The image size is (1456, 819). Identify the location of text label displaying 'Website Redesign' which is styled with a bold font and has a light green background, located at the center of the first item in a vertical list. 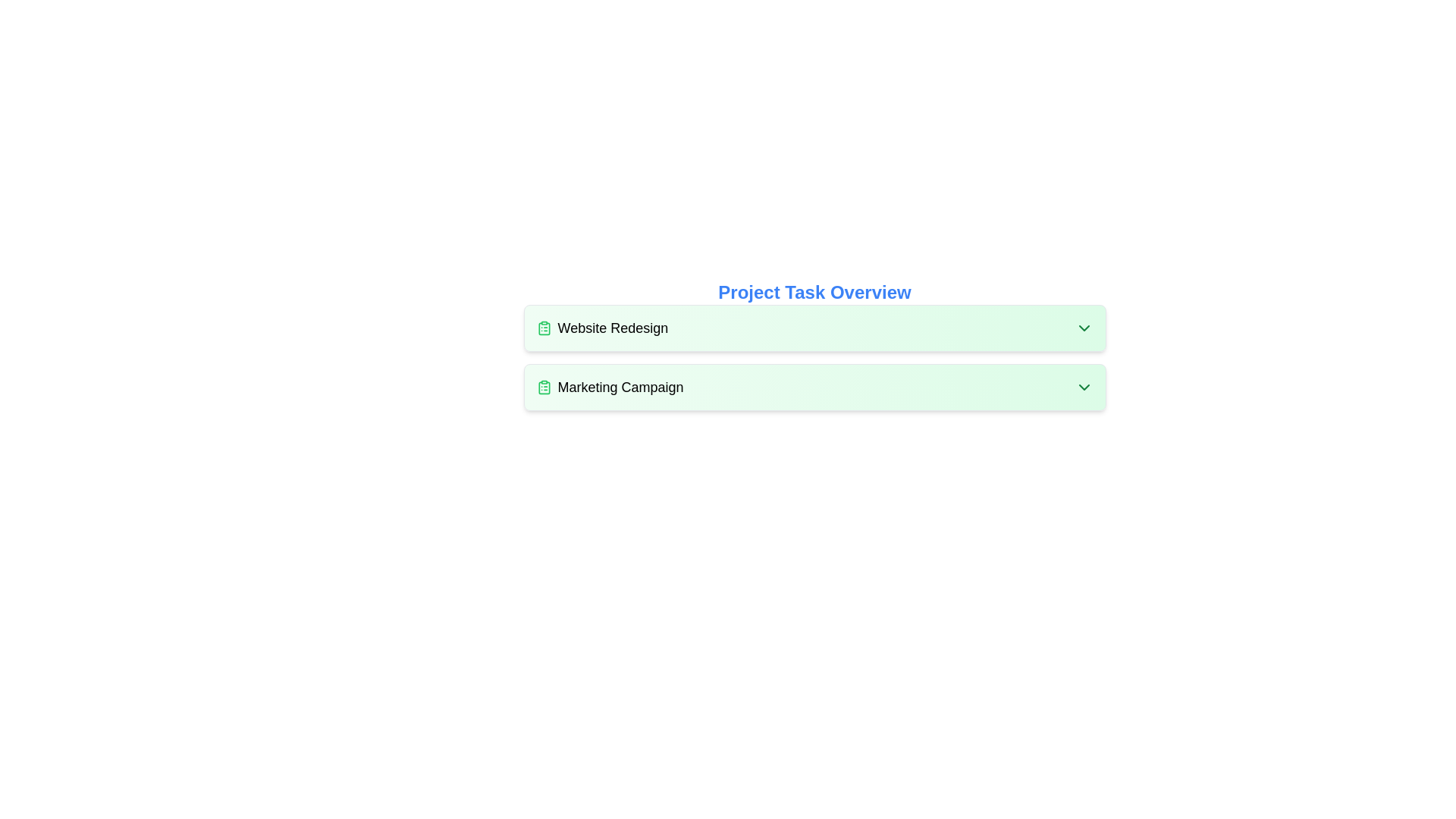
(613, 327).